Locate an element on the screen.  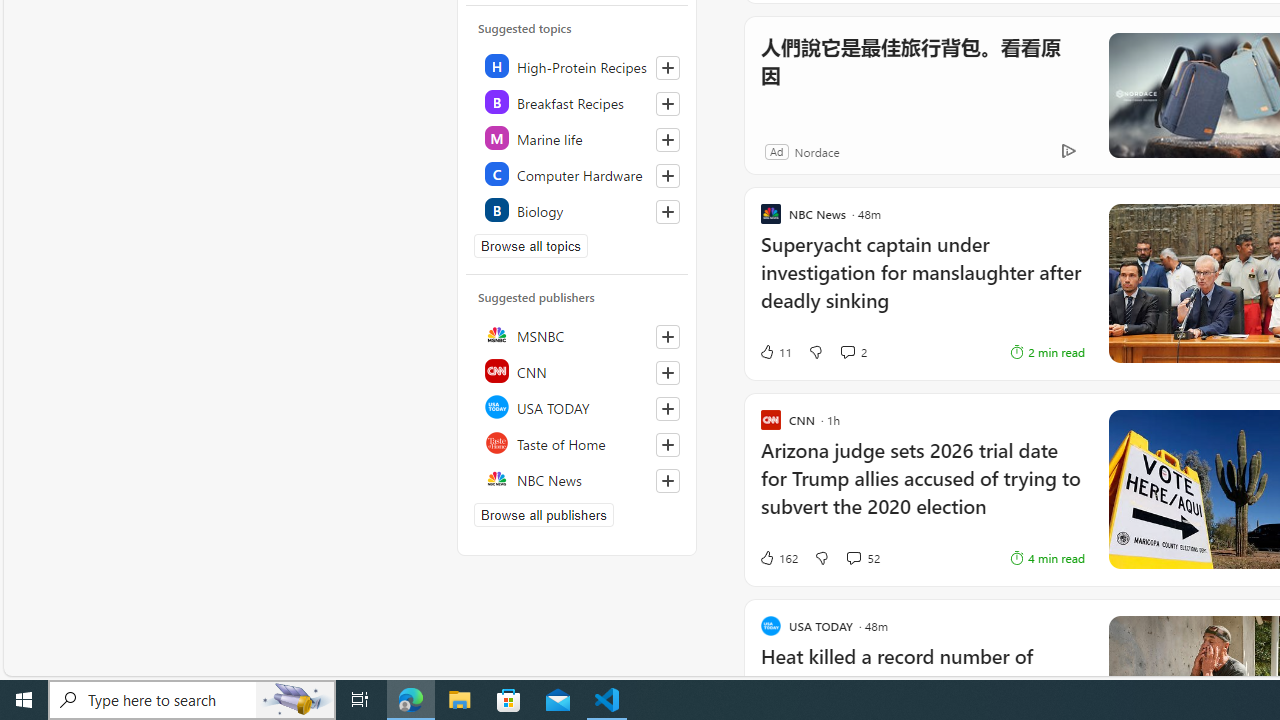
'11 Like' is located at coordinates (774, 351).